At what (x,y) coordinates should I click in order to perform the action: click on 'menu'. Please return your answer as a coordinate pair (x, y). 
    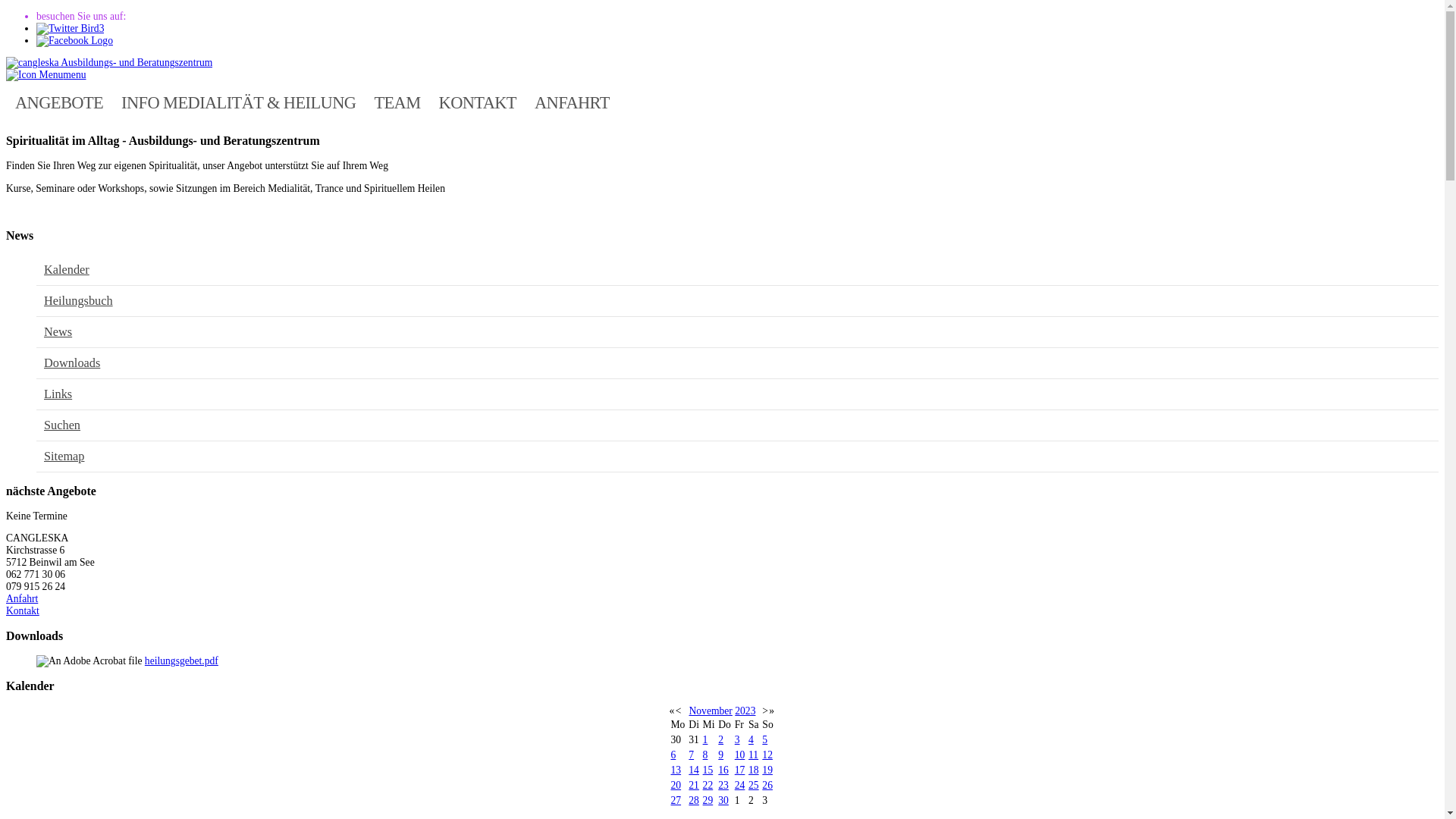
    Looking at the image, I should click on (6, 74).